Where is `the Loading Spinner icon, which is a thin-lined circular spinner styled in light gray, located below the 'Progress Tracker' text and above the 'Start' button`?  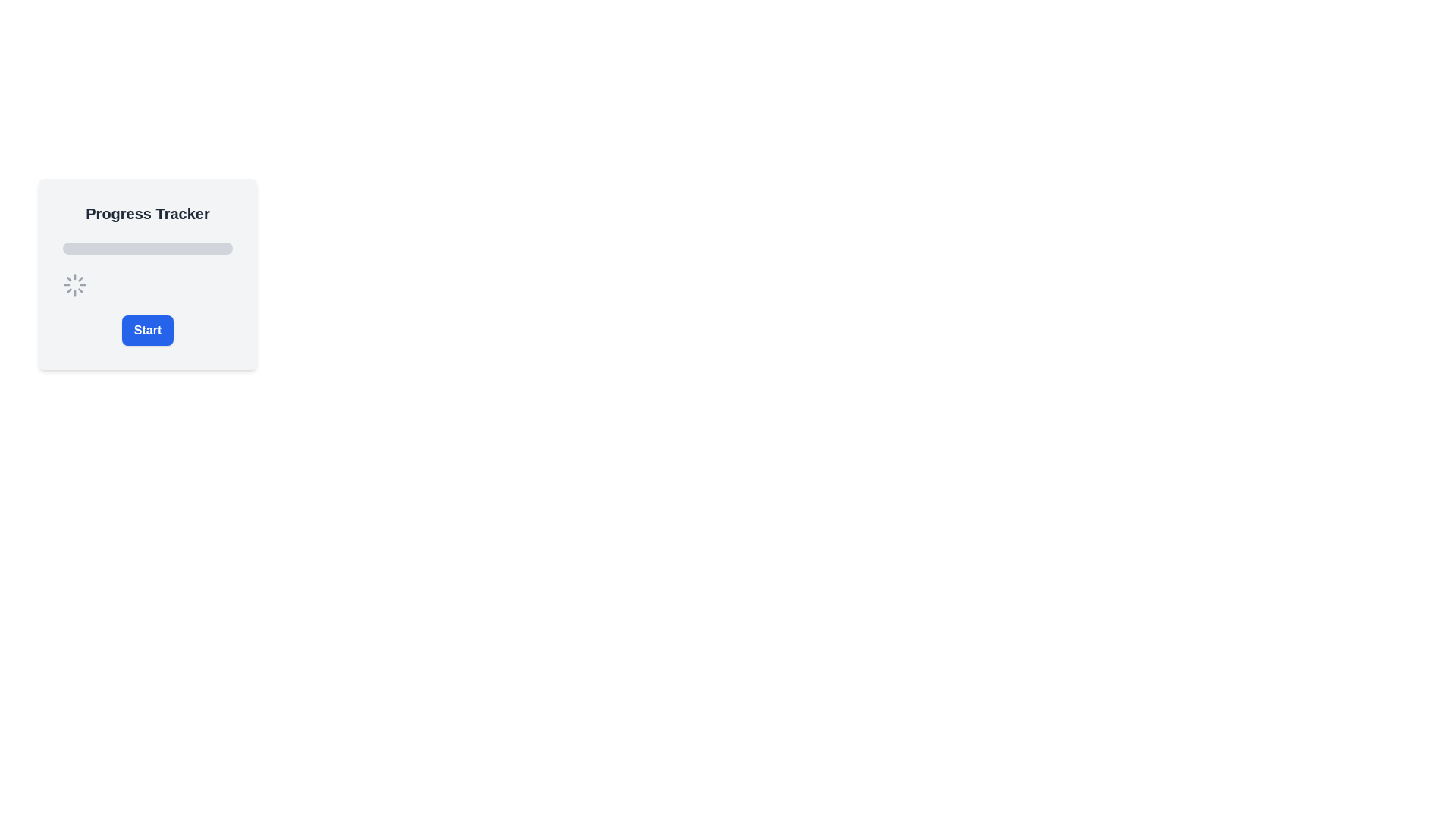 the Loading Spinner icon, which is a thin-lined circular spinner styled in light gray, located below the 'Progress Tracker' text and above the 'Start' button is located at coordinates (74, 284).